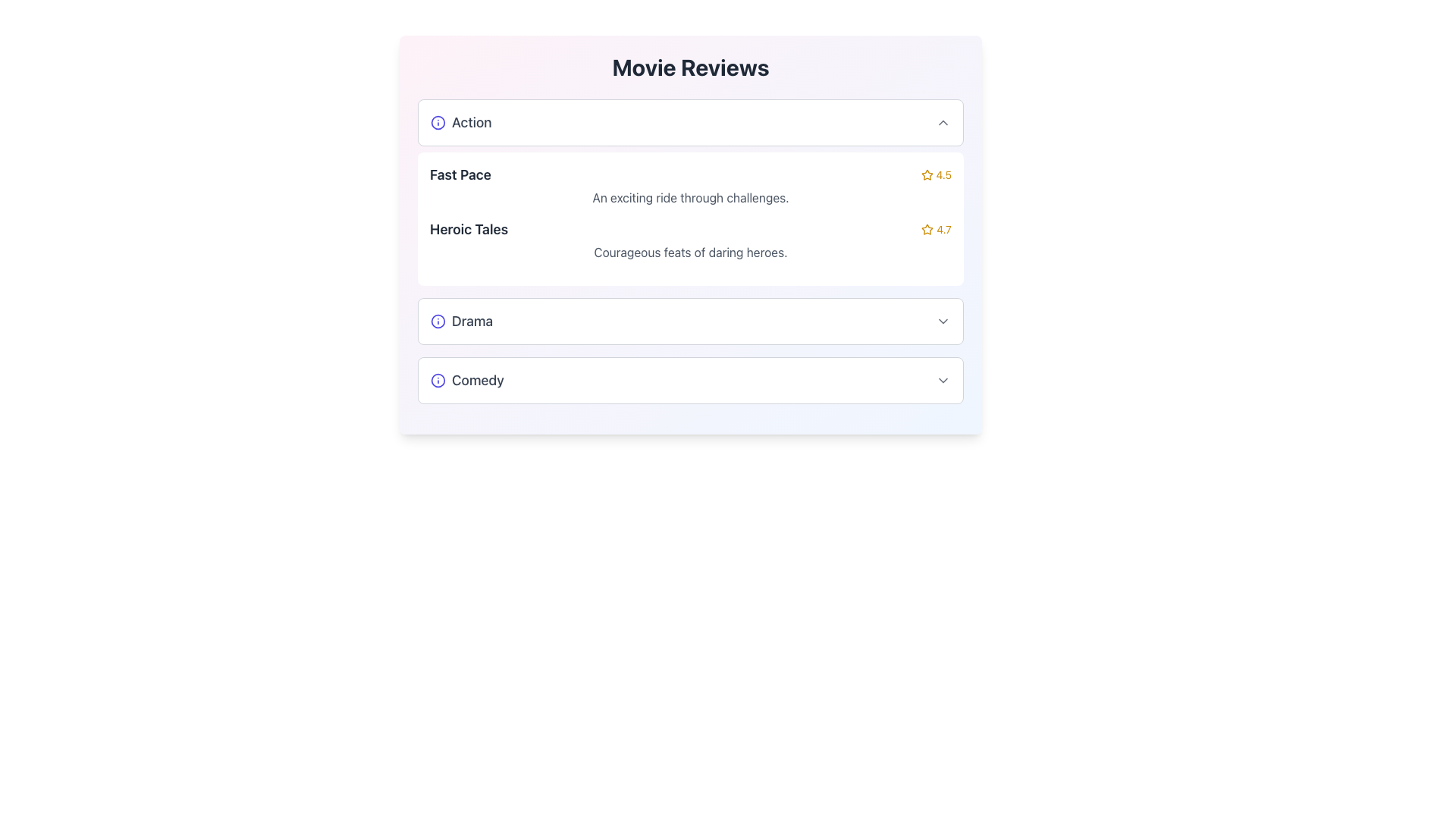 Image resolution: width=1456 pixels, height=819 pixels. Describe the element at coordinates (466, 379) in the screenshot. I see `the movie genre text label located to the left of the dropdown arrow` at that location.